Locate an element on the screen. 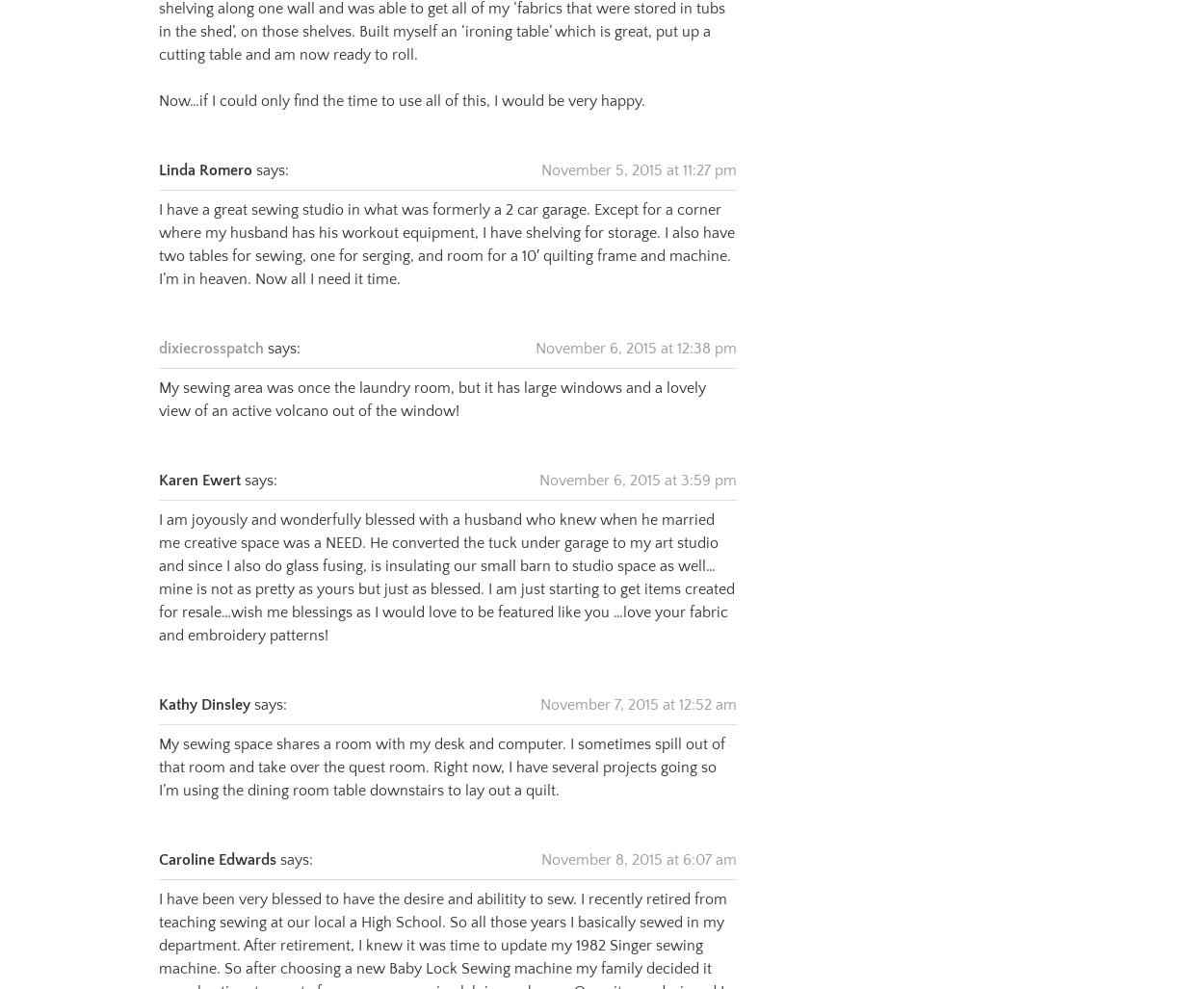  'I am joyously and wonderfully blessed with a husband who knew when he married me creative space was a NEED. He converted the tuck under garage to my art studio and since I also do glass fusing, is insulating our small barn to studio space as well…mine is not as pretty as yours but just as blessed. I am just starting to get items created for resale…wish me blessings as I would love to be featured like you …love your fabric and embroidery patterns!' is located at coordinates (445, 554).